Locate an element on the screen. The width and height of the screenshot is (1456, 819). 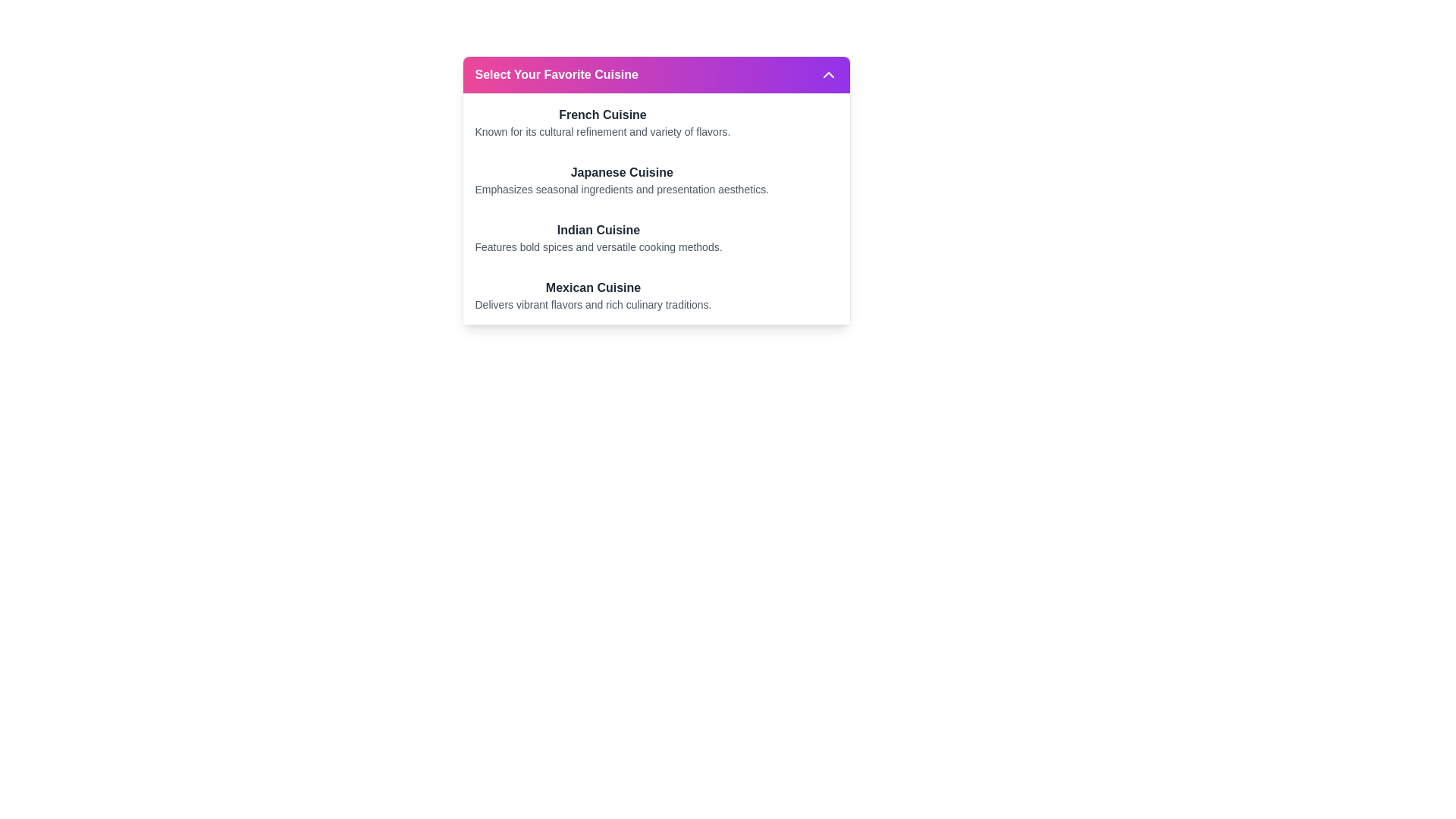
displayed text of the Informational display block that shows 'Indian Cuisine' and its description about bold spices and versatile cooking methods is located at coordinates (656, 237).